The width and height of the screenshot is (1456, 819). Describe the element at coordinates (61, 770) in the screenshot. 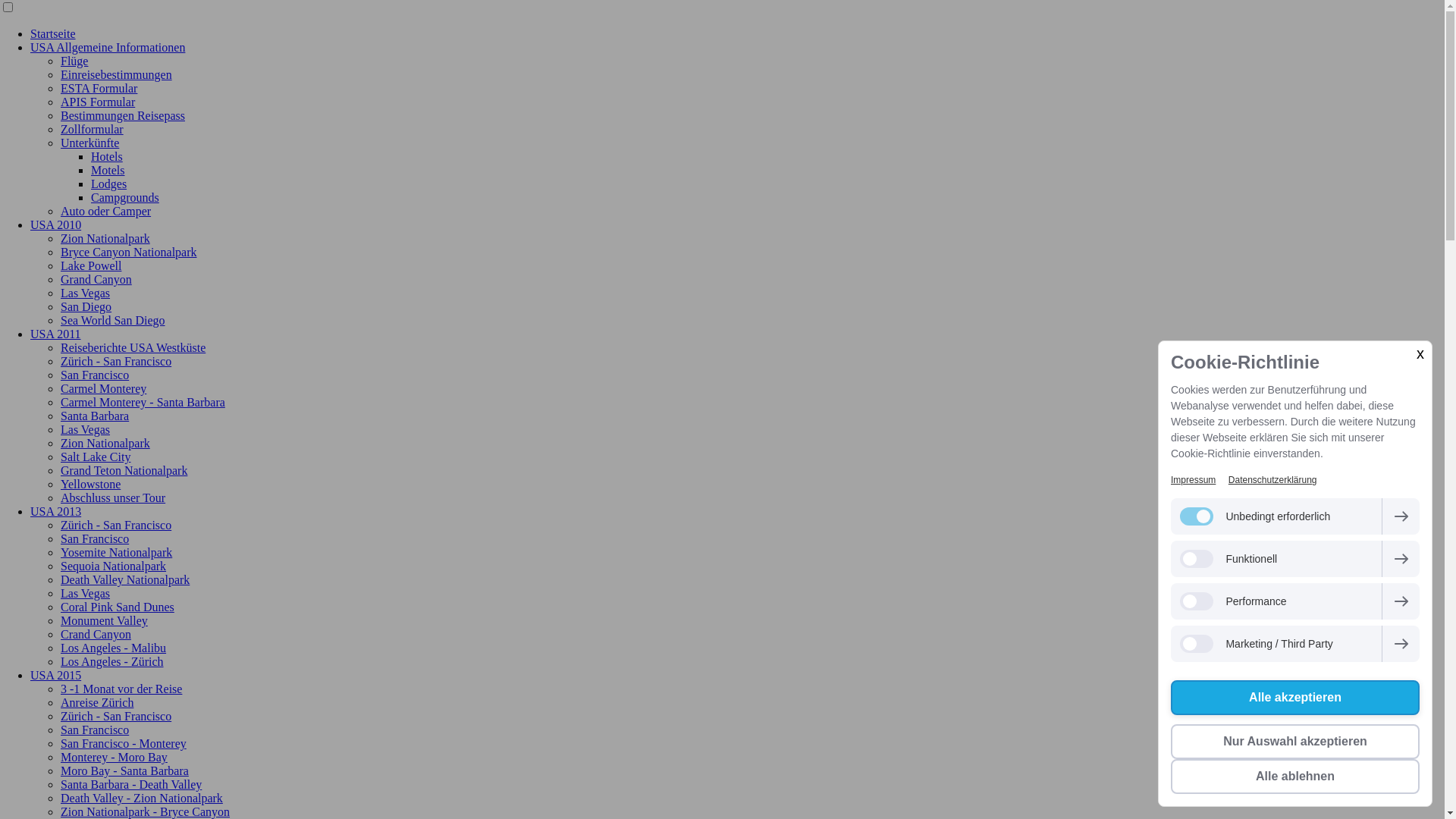

I see `'Moro Bay - Santa Barbara'` at that location.